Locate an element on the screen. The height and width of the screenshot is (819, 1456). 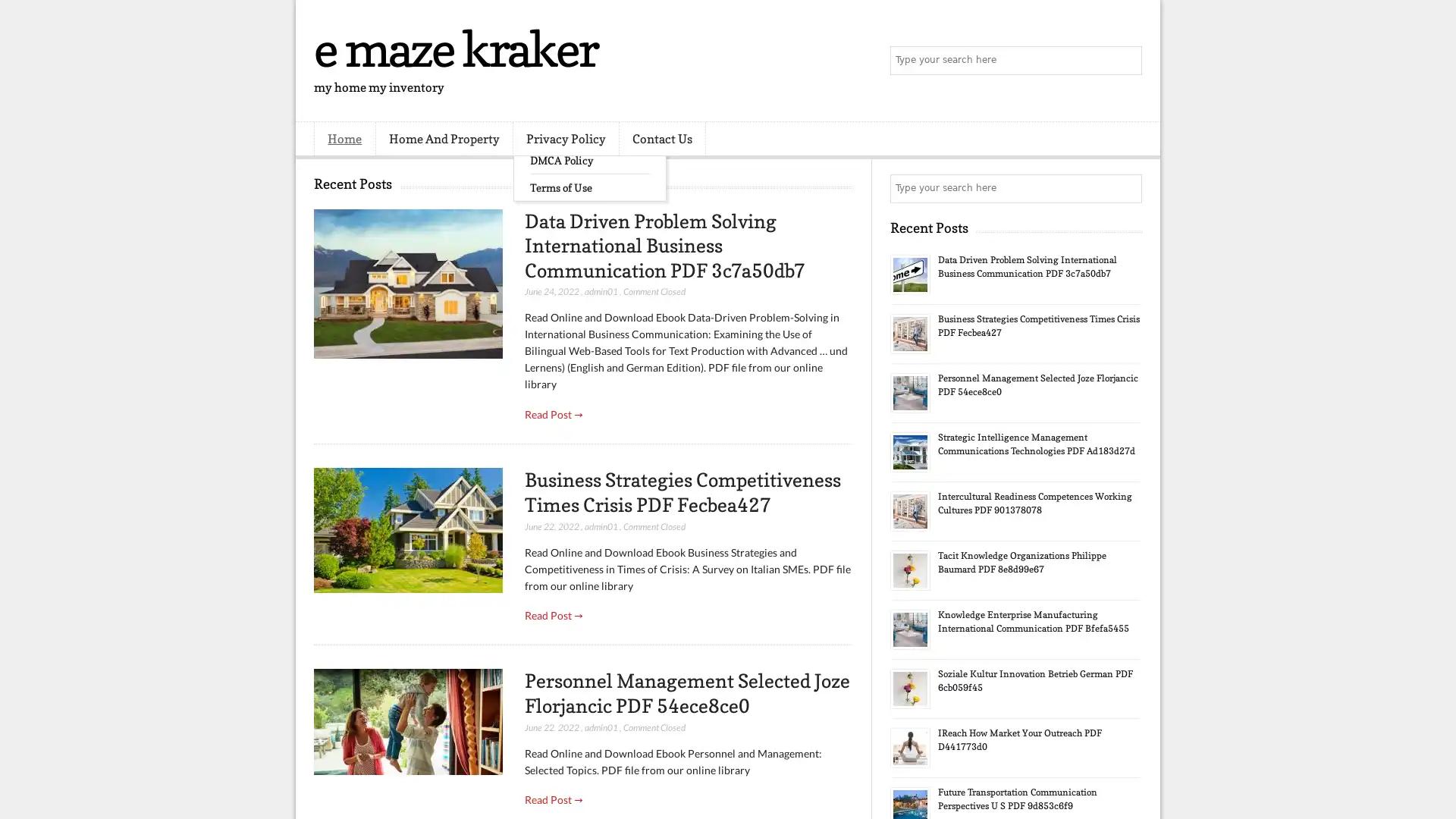
Search is located at coordinates (1126, 188).